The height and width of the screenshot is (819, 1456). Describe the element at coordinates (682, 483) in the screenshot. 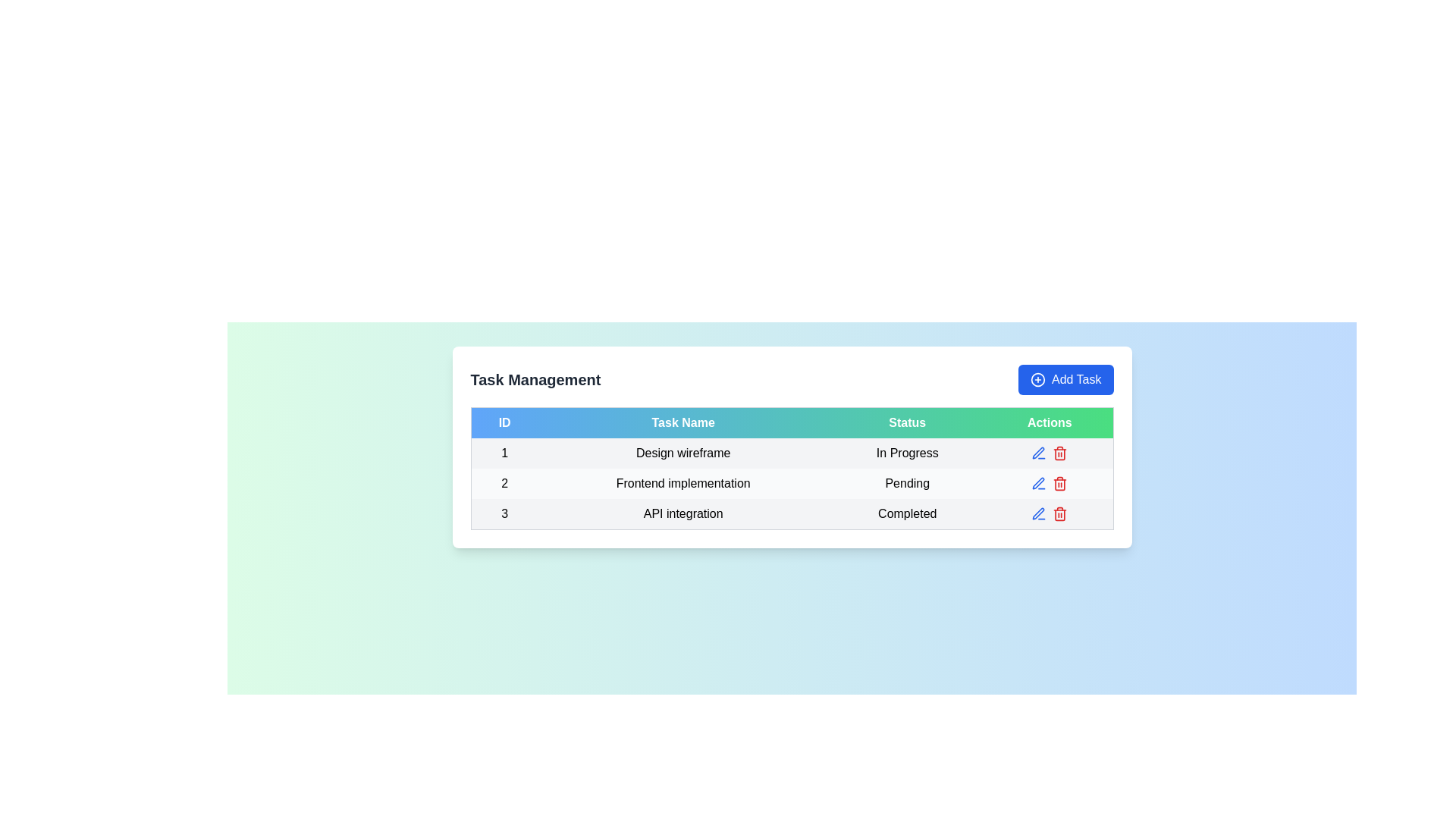

I see `the text label representing the name of the task in the second row of the task management table under the 'Task Name' column, which is adjacent to the 'Pending' status and numerical identifier '2'` at that location.